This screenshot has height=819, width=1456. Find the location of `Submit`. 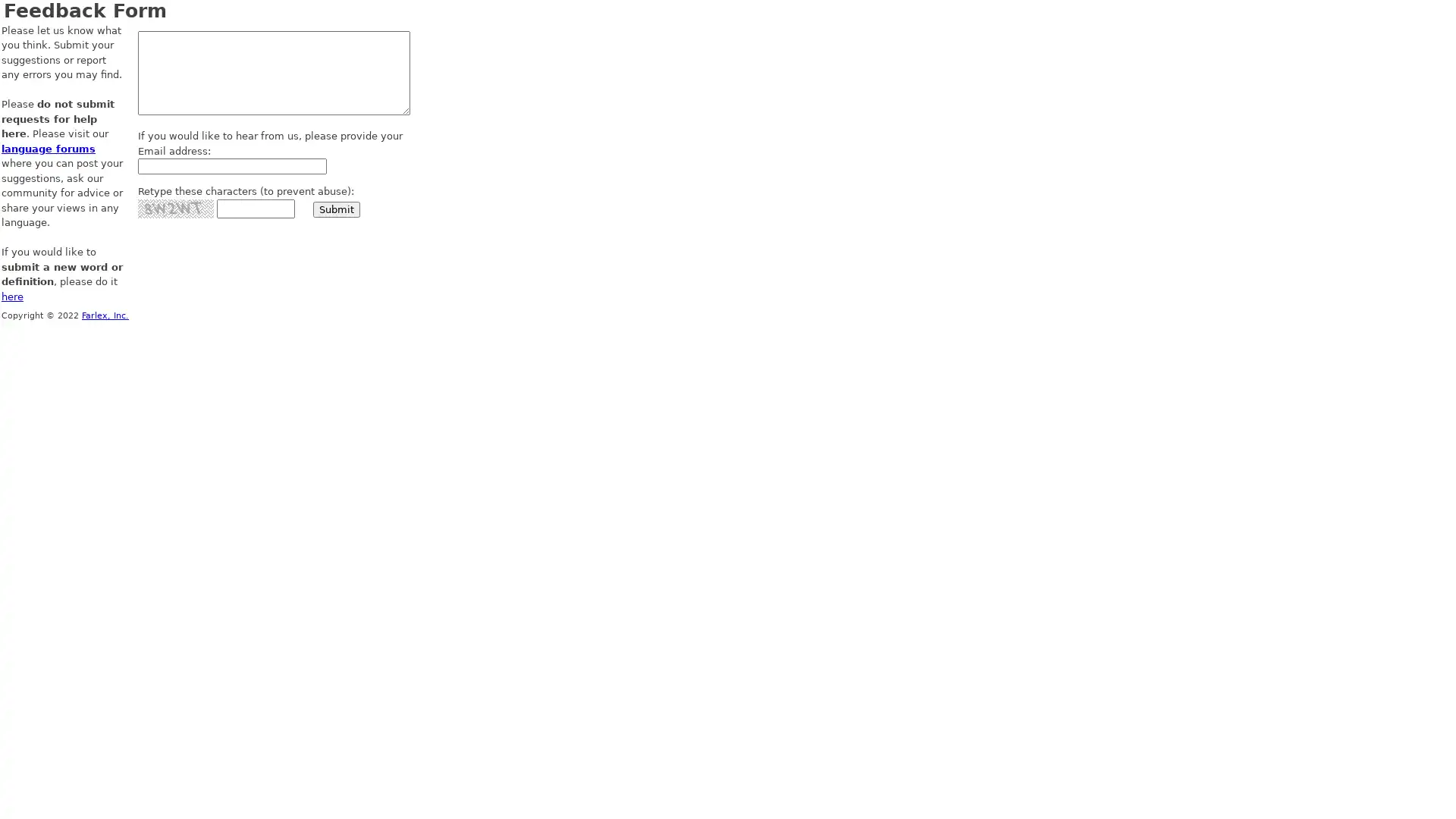

Submit is located at coordinates (336, 209).